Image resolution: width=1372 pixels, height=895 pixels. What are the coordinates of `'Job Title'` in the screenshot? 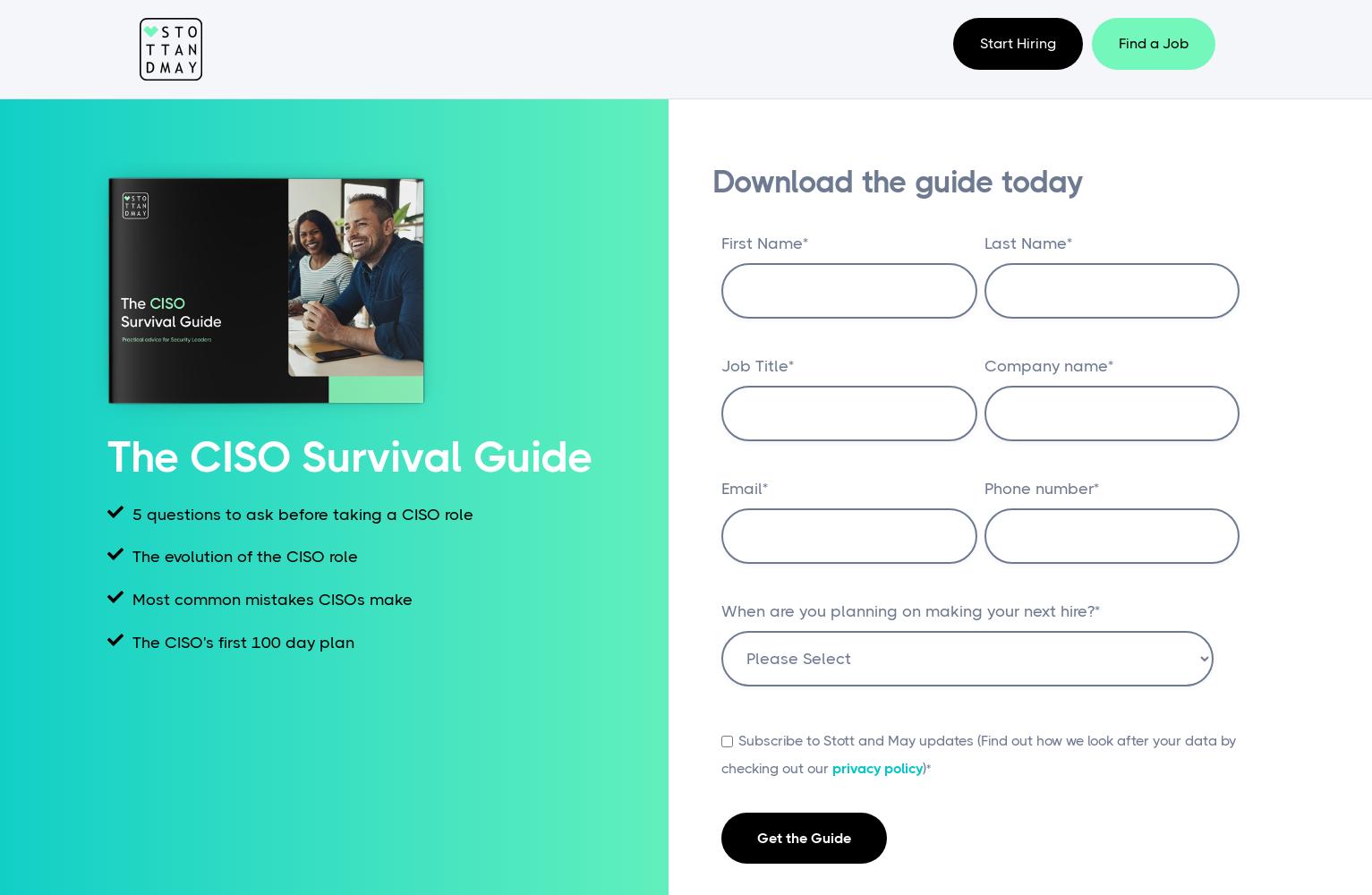 It's located at (754, 366).